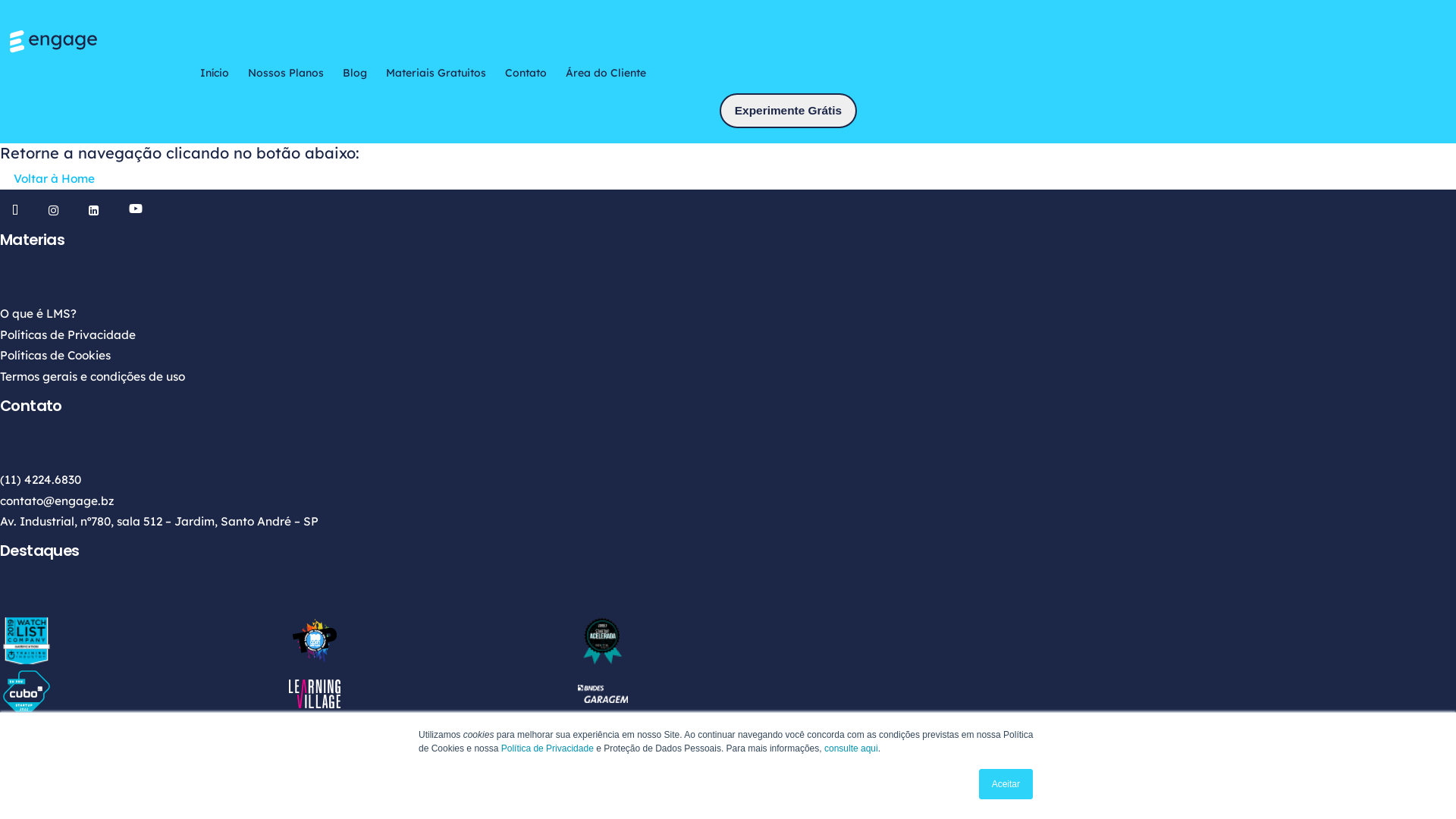 This screenshot has height=819, width=1456. I want to click on 'Materiais Gratuitos', so click(435, 73).